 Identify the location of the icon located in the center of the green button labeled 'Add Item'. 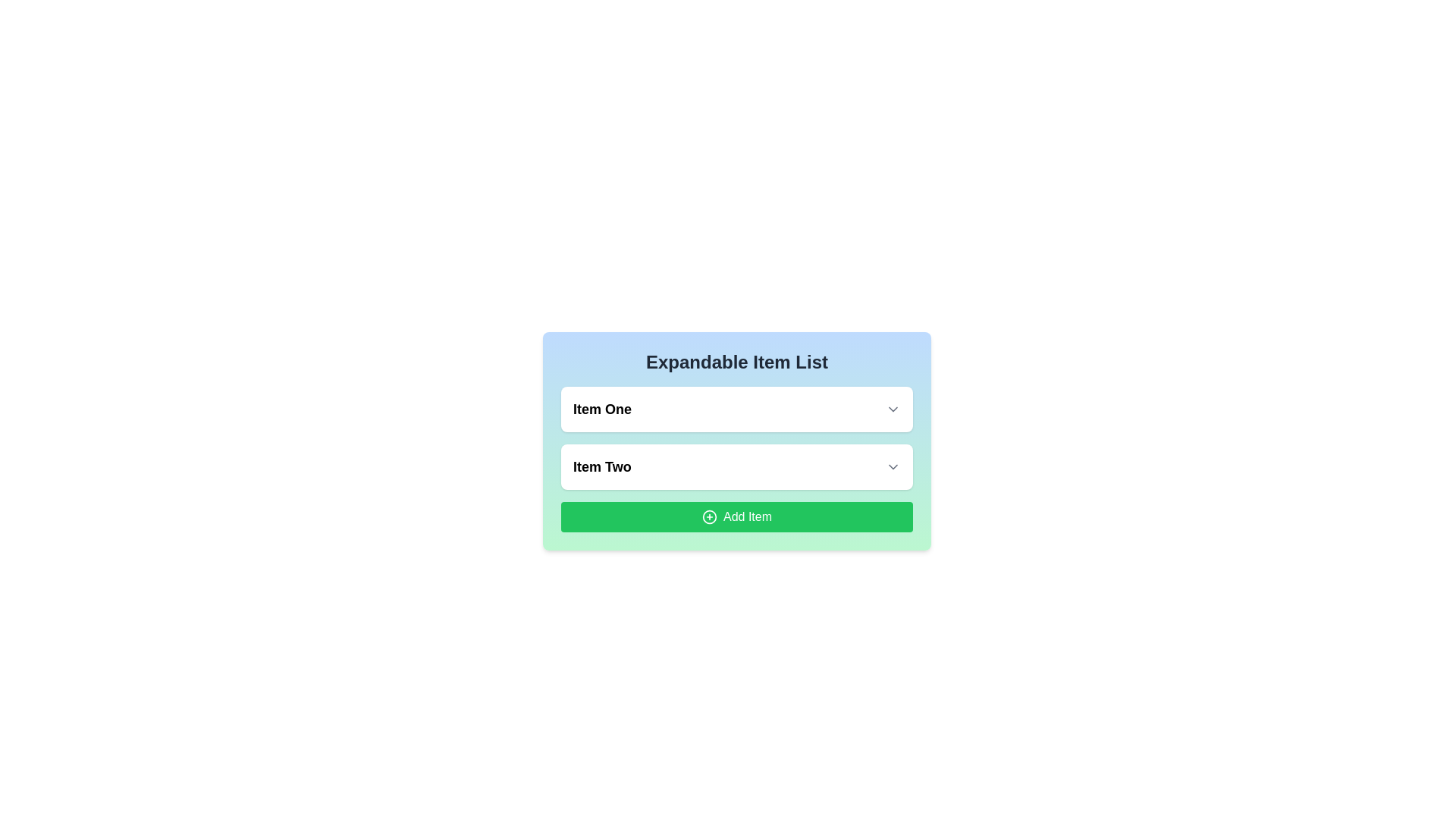
(709, 516).